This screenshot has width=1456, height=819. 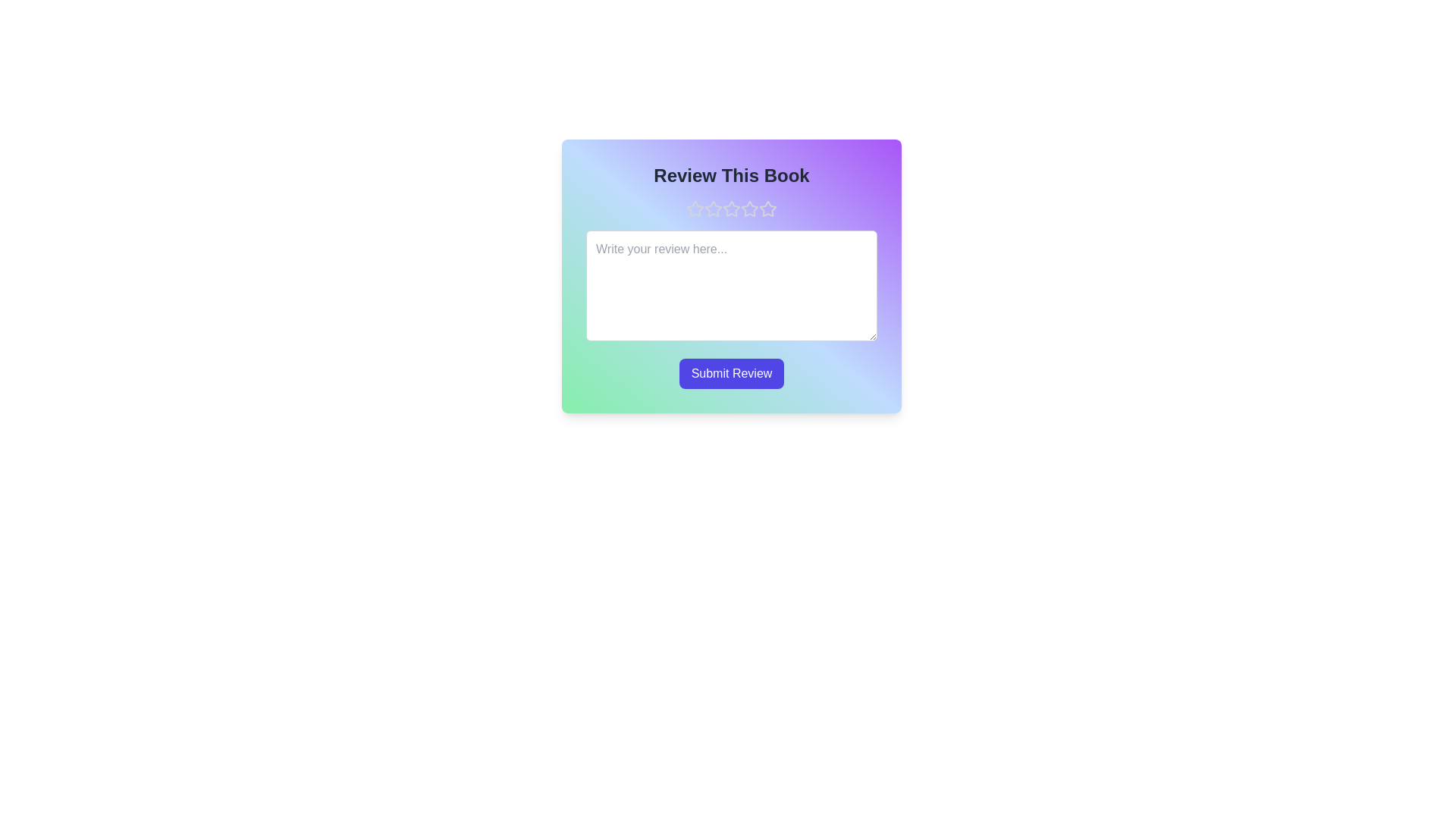 What do you see at coordinates (712, 209) in the screenshot?
I see `the star corresponding to 2 stars to preview the rating` at bounding box center [712, 209].